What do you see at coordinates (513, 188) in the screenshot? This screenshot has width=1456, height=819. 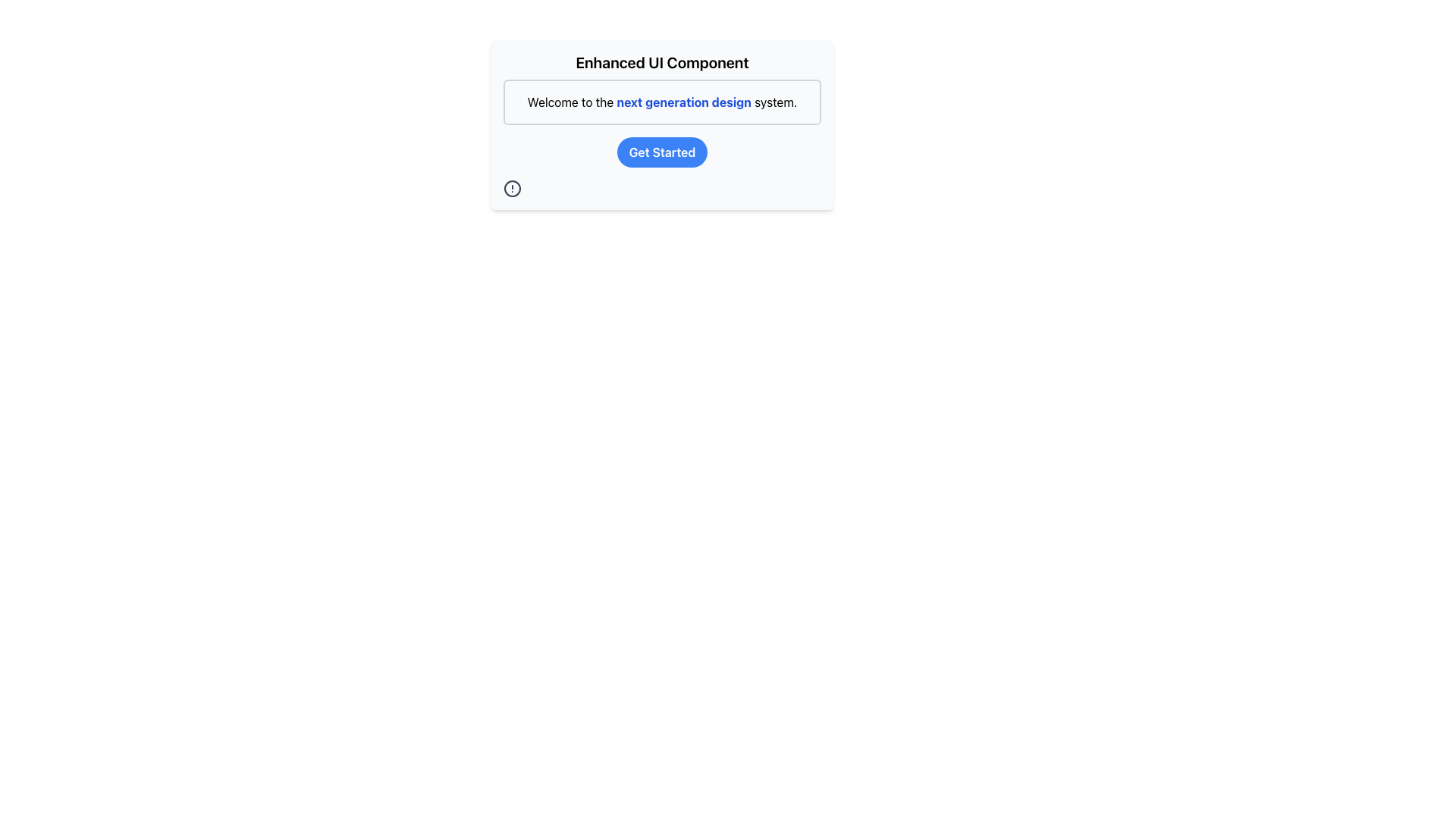 I see `the decorative or status-indicating icon located in the bottom-left corner of the card or widget, which has an outlined circular design` at bounding box center [513, 188].